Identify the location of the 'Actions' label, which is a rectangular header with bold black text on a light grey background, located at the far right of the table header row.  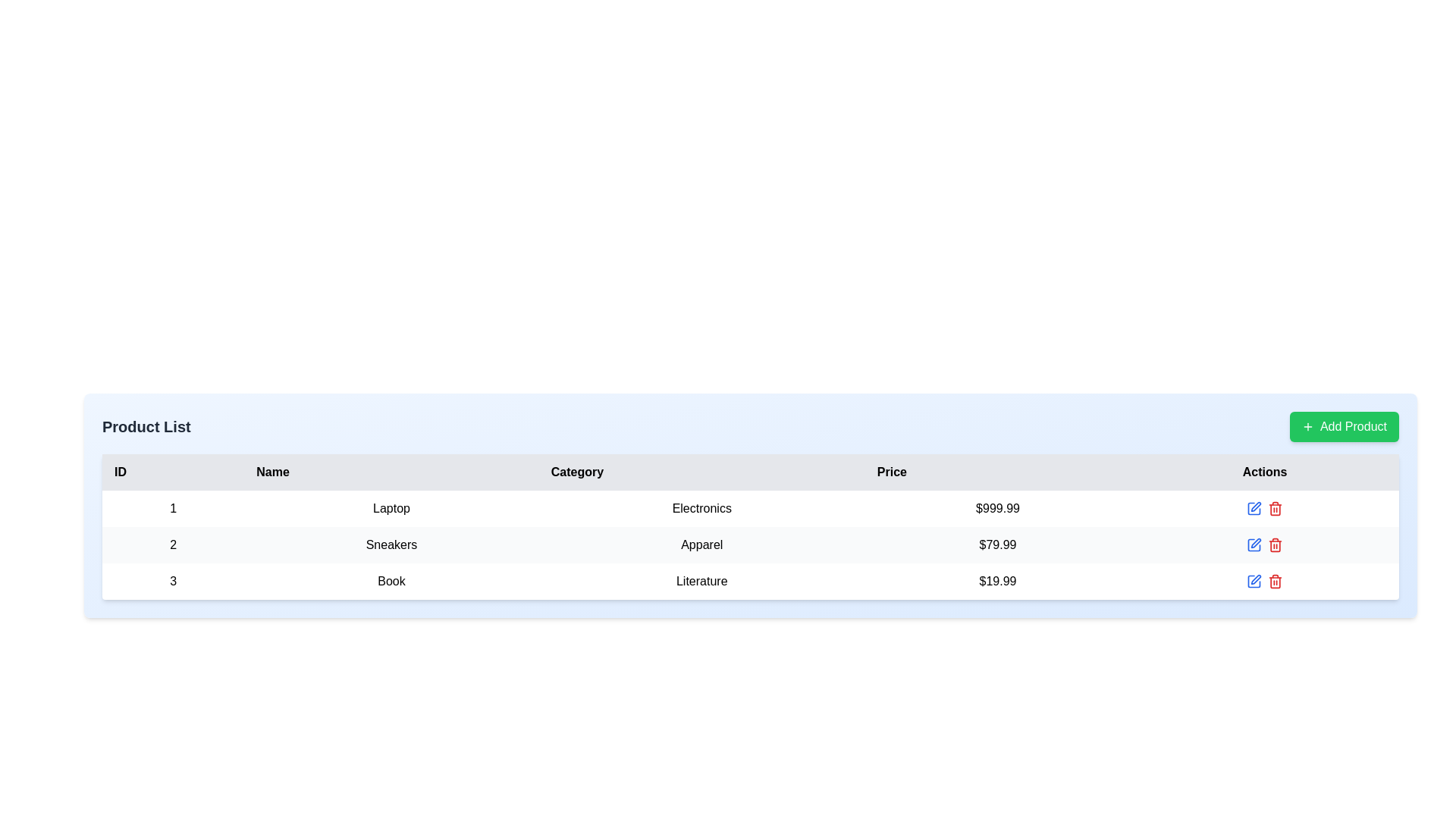
(1265, 472).